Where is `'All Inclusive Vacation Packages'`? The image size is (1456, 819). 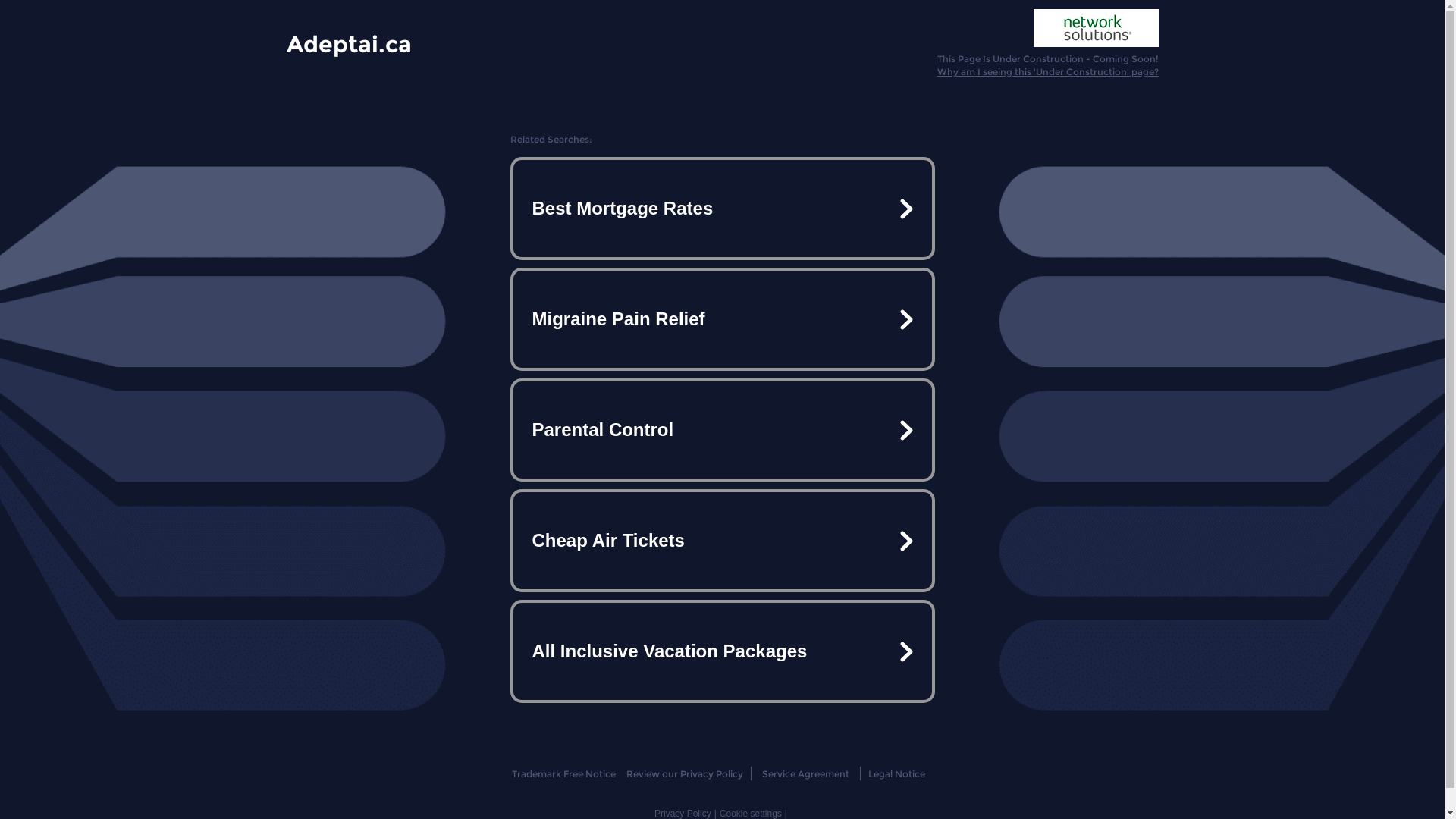 'All Inclusive Vacation Packages' is located at coordinates (720, 651).